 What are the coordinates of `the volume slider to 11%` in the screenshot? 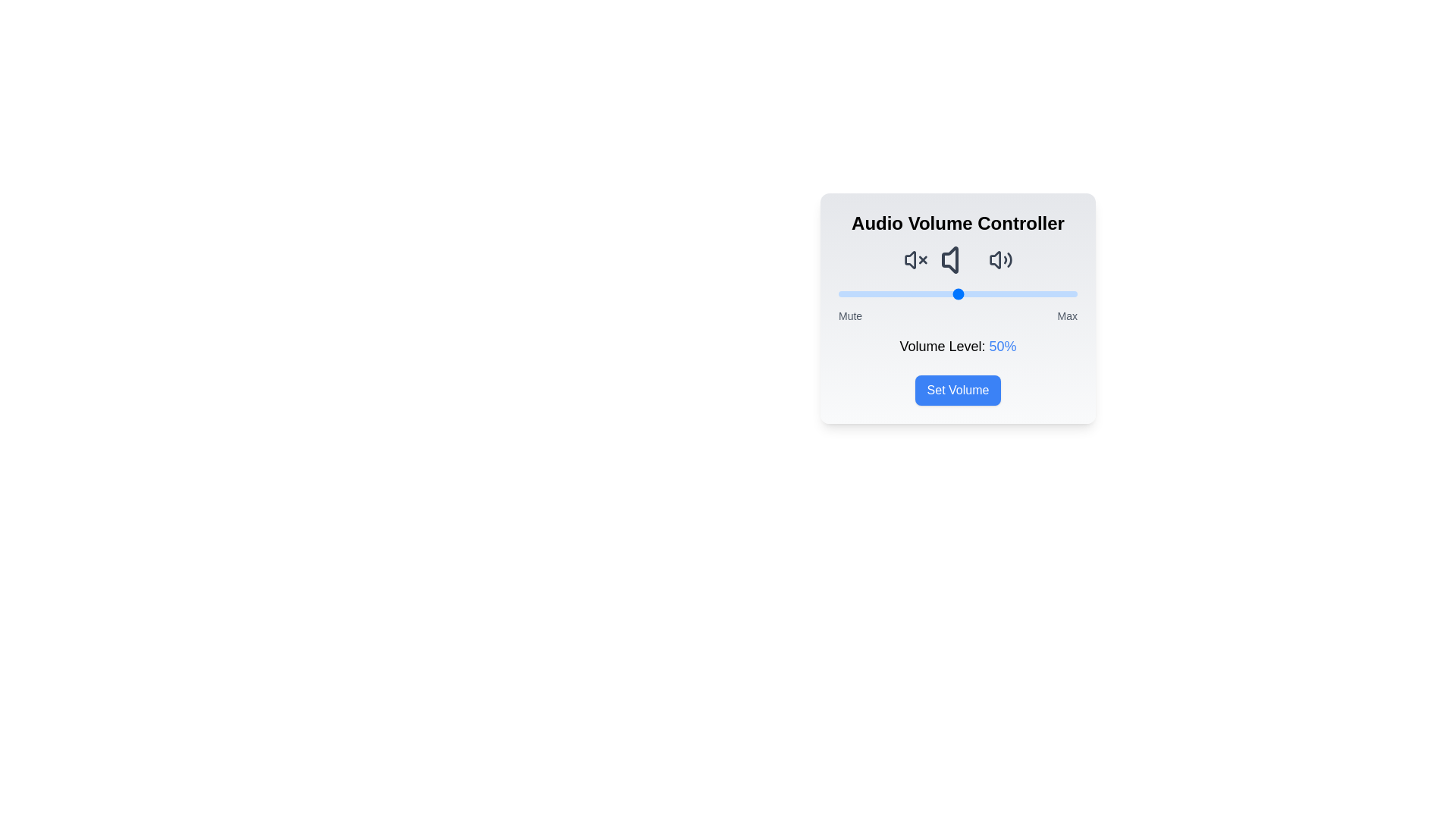 It's located at (864, 294).